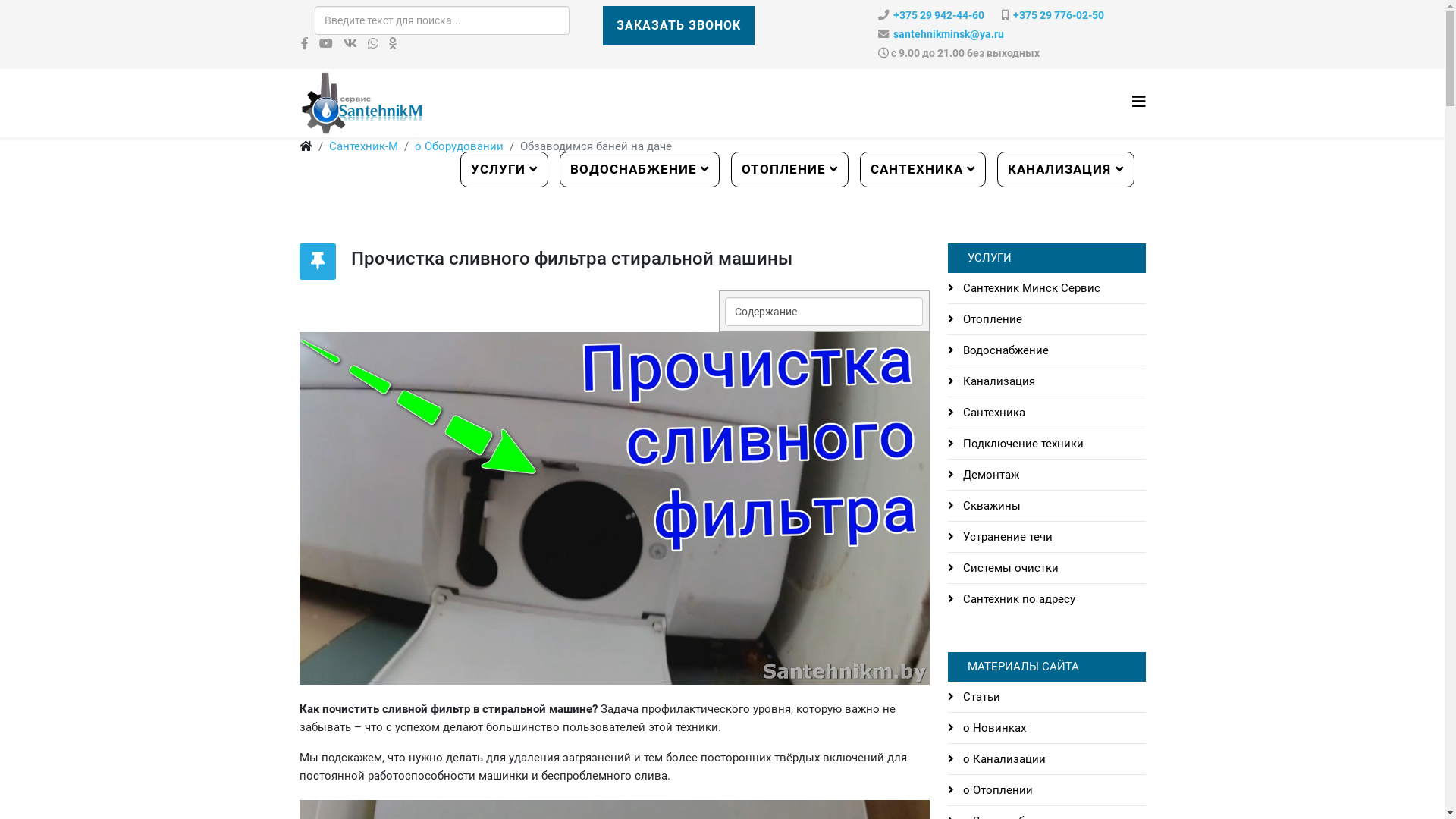  I want to click on 'Helix3 Megamenu Options', so click(1138, 102).